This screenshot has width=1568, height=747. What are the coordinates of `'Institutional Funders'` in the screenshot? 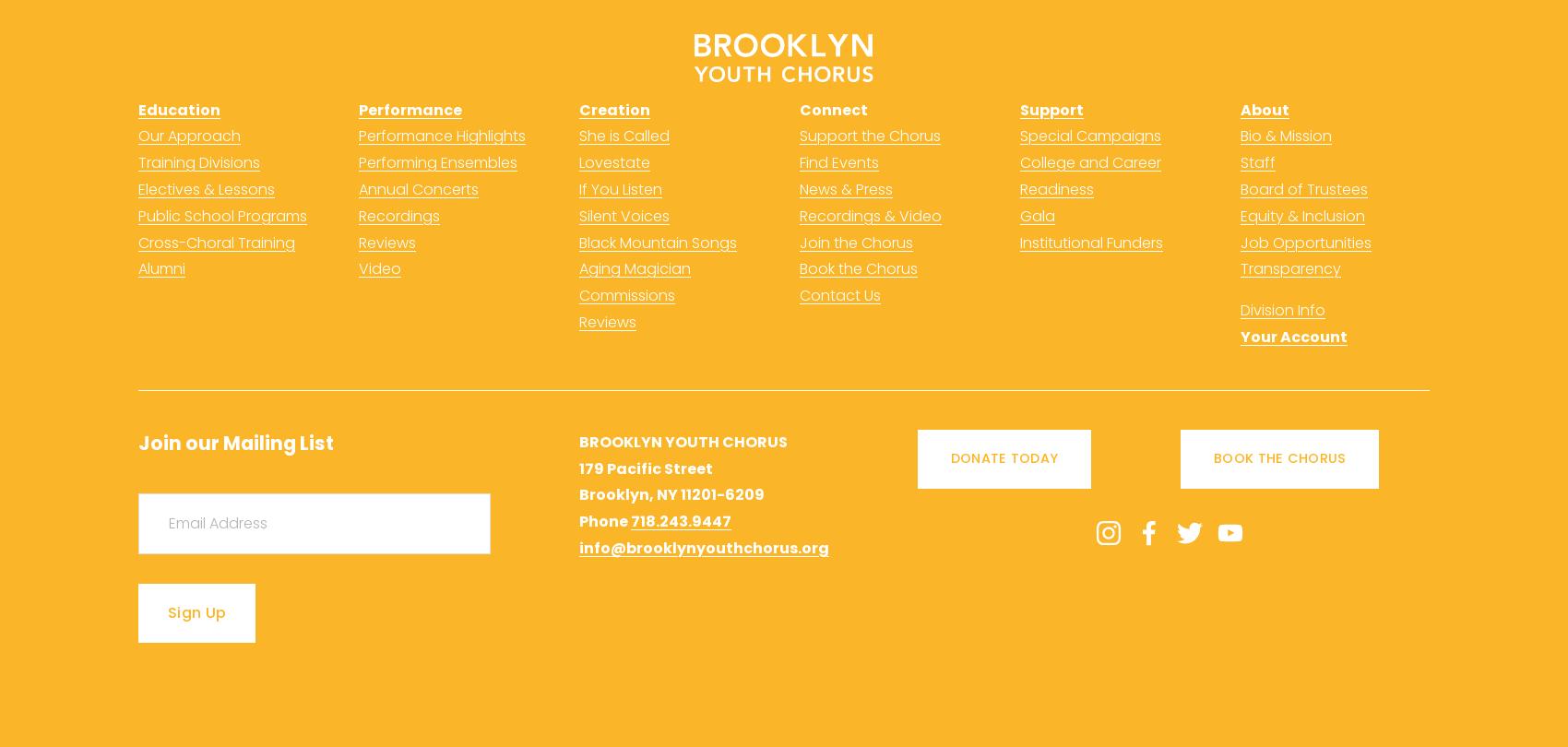 It's located at (1020, 241).